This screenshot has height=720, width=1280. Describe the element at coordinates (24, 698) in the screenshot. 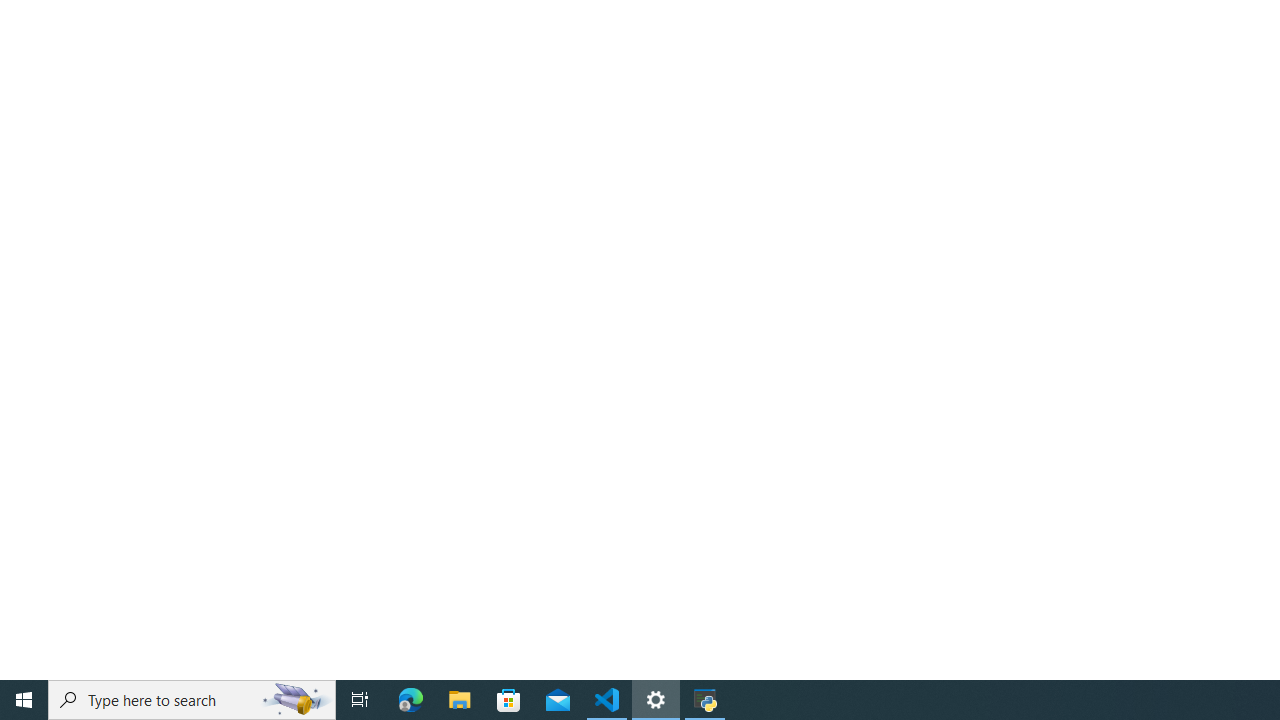

I see `'Start'` at that location.